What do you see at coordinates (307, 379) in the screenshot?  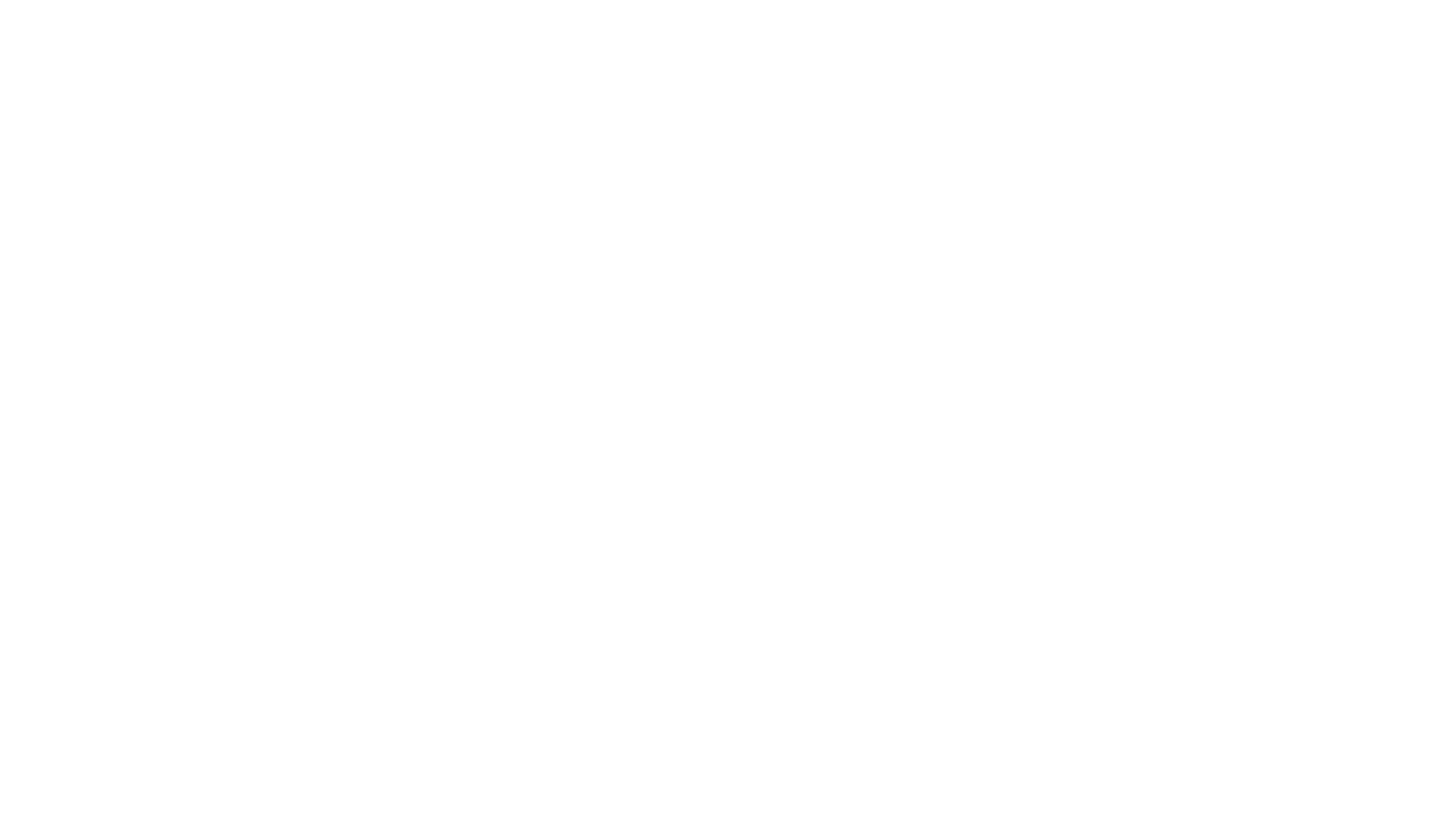 I see `'Lockdown.'` at bounding box center [307, 379].